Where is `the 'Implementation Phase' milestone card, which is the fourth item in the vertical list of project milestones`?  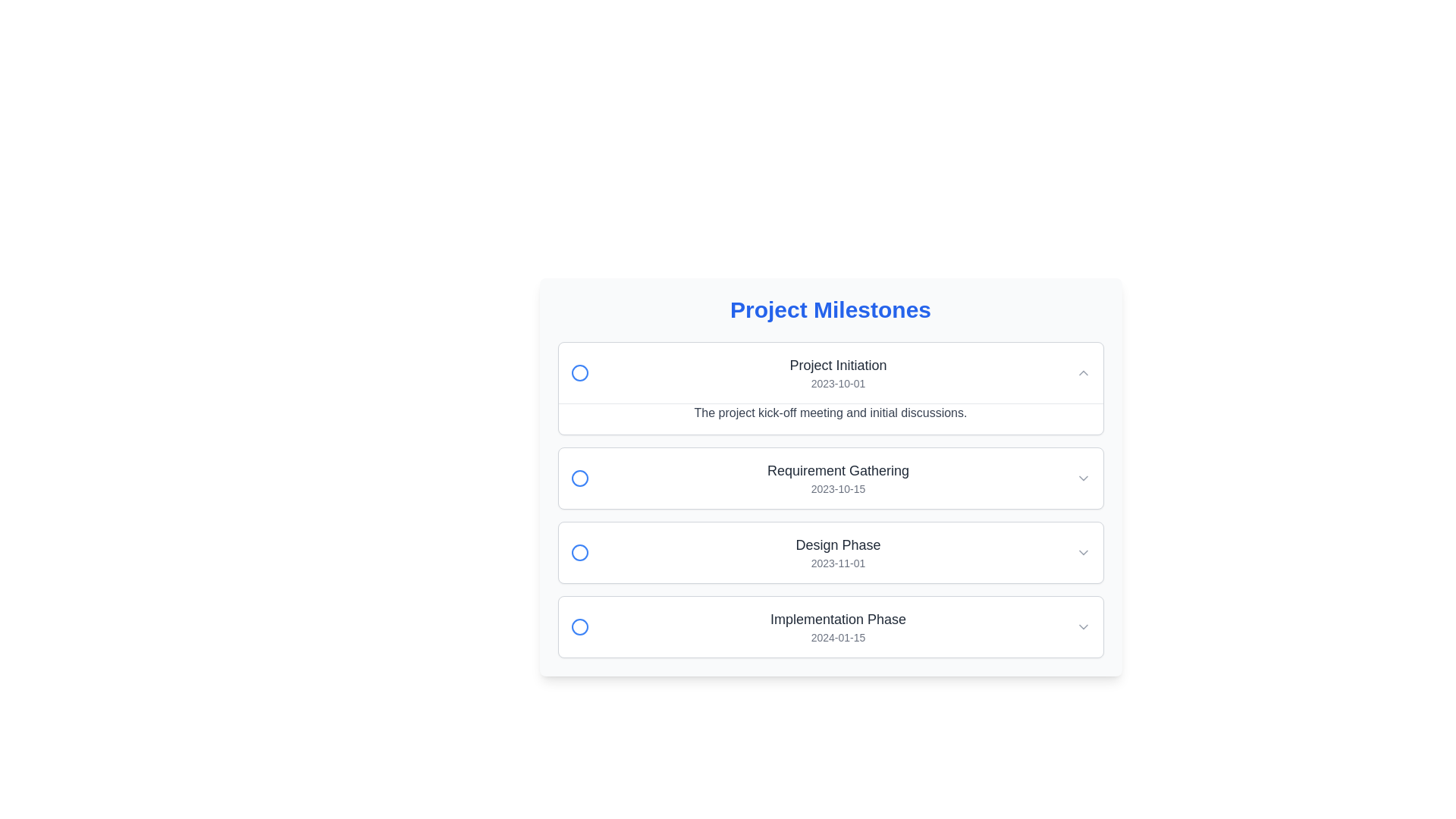 the 'Implementation Phase' milestone card, which is the fourth item in the vertical list of project milestones is located at coordinates (830, 626).